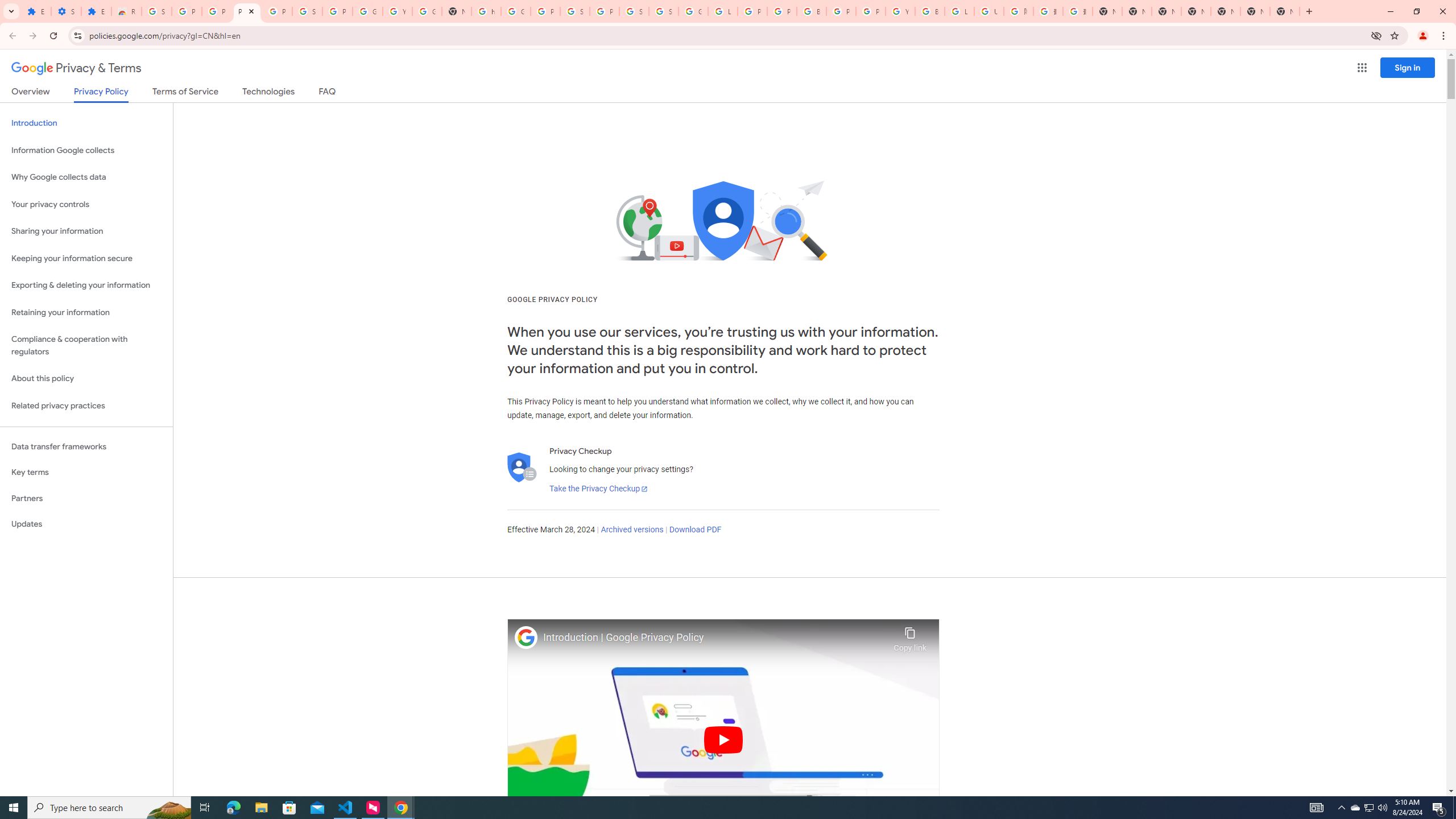  I want to click on 'Sign in - Google Accounts', so click(663, 11).